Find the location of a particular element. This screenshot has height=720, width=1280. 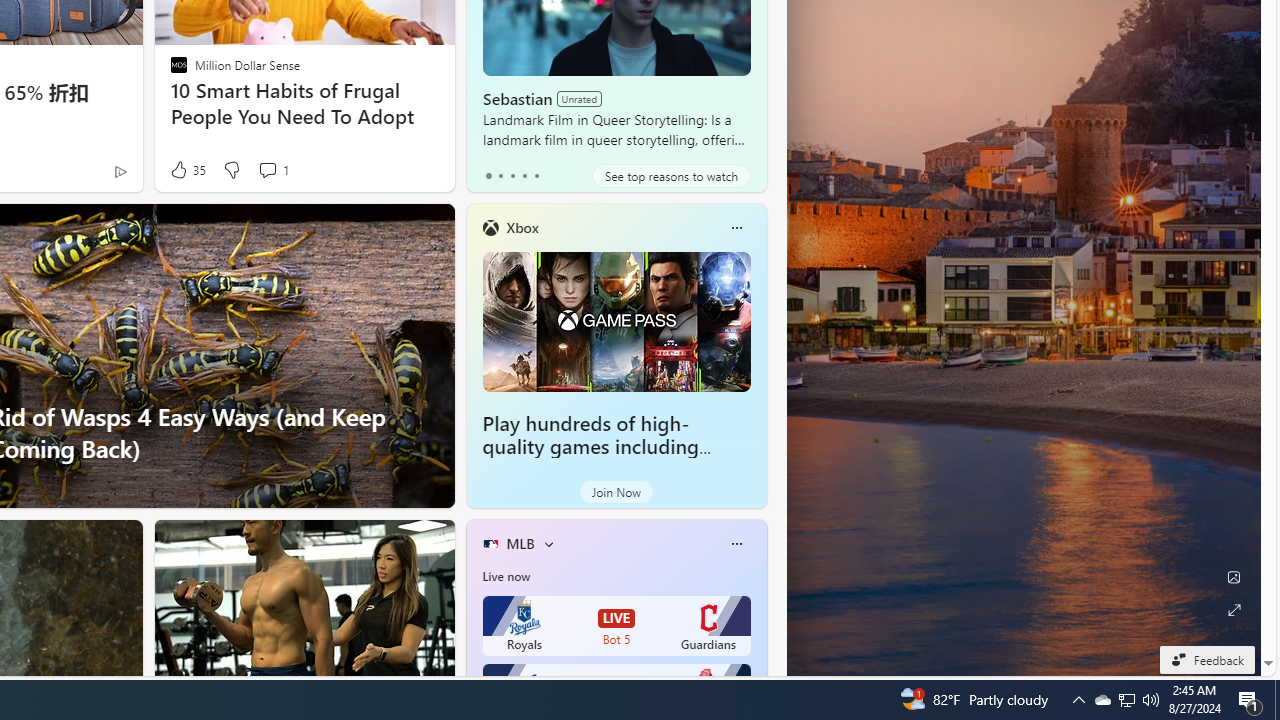

'tab-2' is located at coordinates (512, 175).